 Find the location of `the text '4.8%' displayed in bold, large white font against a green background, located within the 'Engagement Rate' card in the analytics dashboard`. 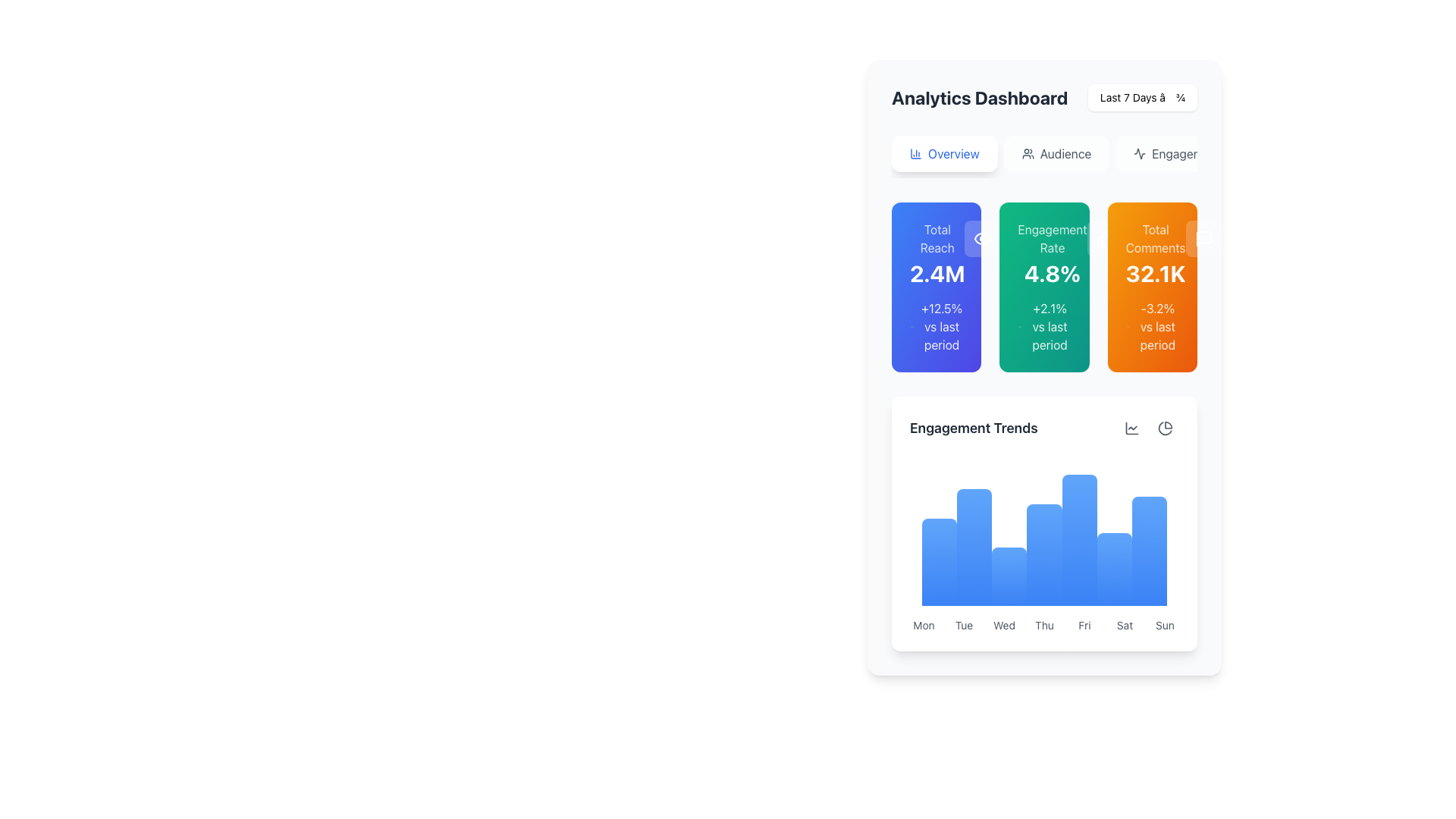

the text '4.8%' displayed in bold, large white font against a green background, located within the 'Engagement Rate' card in the analytics dashboard is located at coordinates (1051, 274).